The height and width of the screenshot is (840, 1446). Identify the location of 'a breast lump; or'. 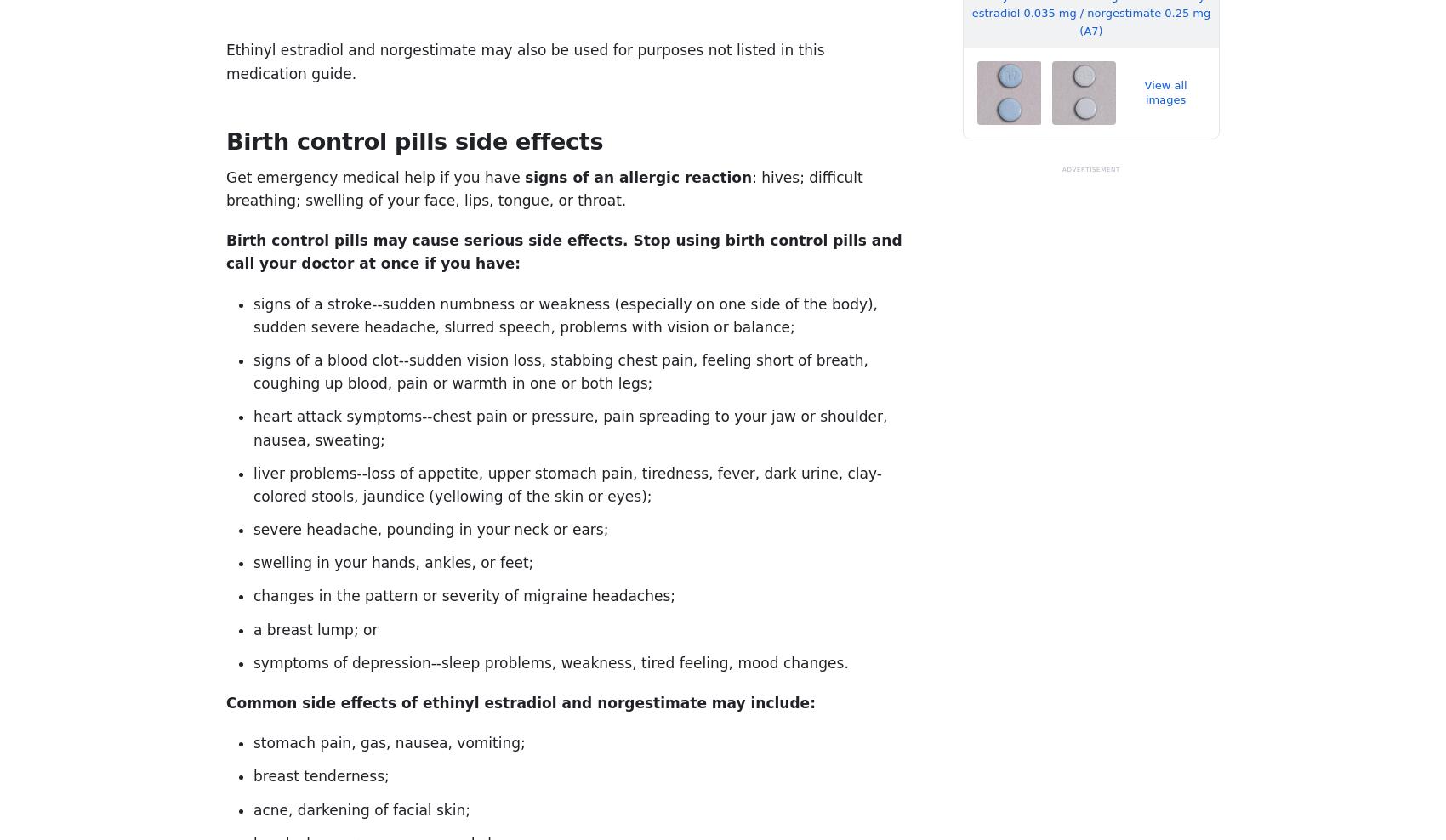
(314, 629).